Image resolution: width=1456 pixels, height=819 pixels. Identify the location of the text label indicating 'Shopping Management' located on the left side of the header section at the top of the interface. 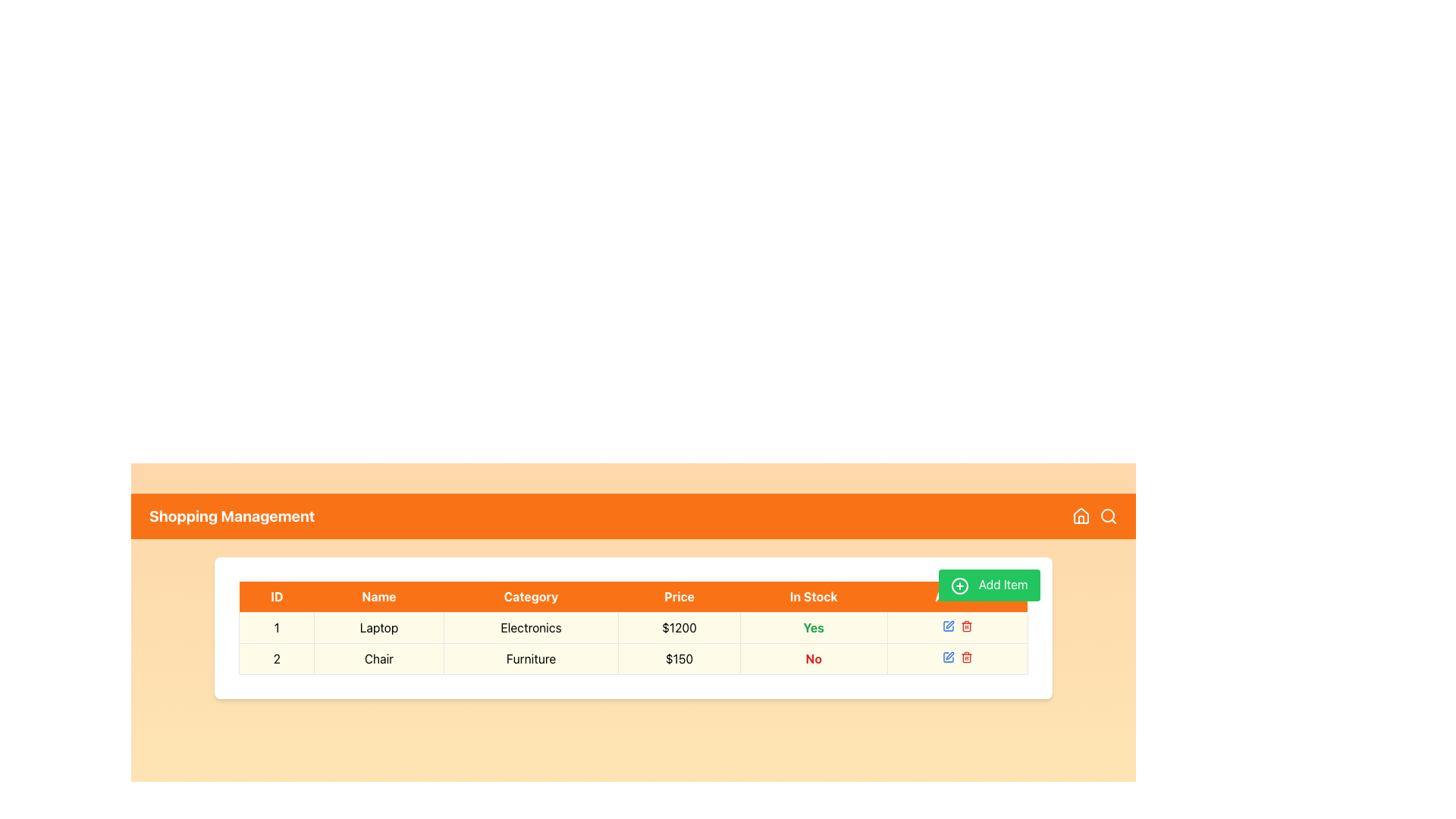
(231, 516).